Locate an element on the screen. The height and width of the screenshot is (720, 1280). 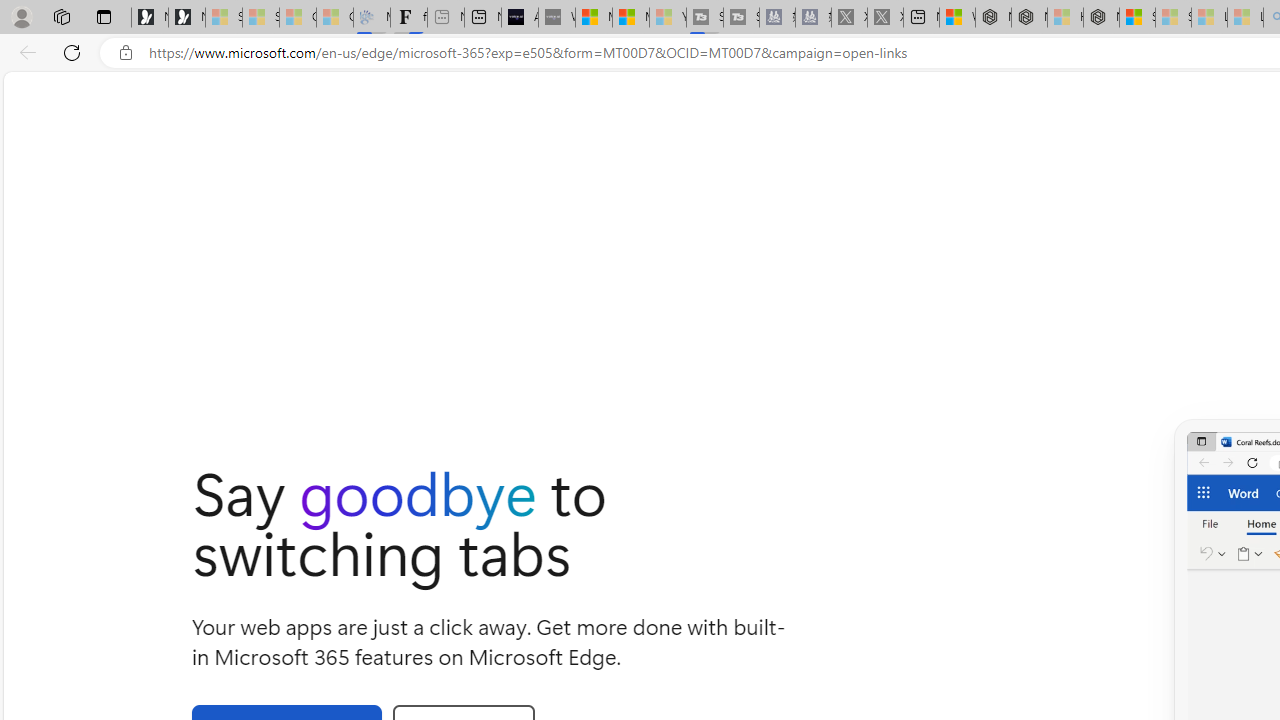
'X - Sleeping' is located at coordinates (884, 17).